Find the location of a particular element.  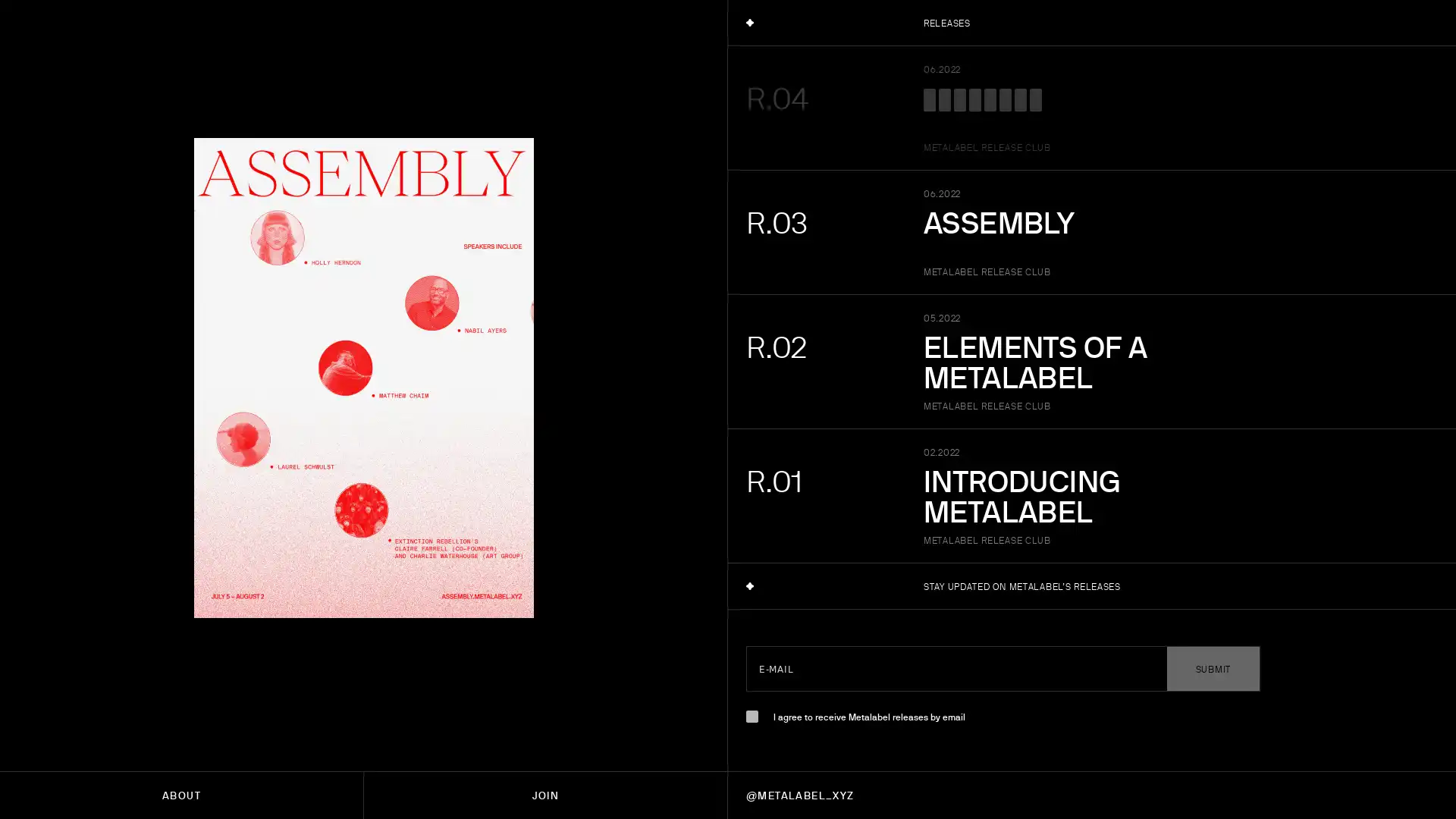

SUBMIT is located at coordinates (1212, 668).